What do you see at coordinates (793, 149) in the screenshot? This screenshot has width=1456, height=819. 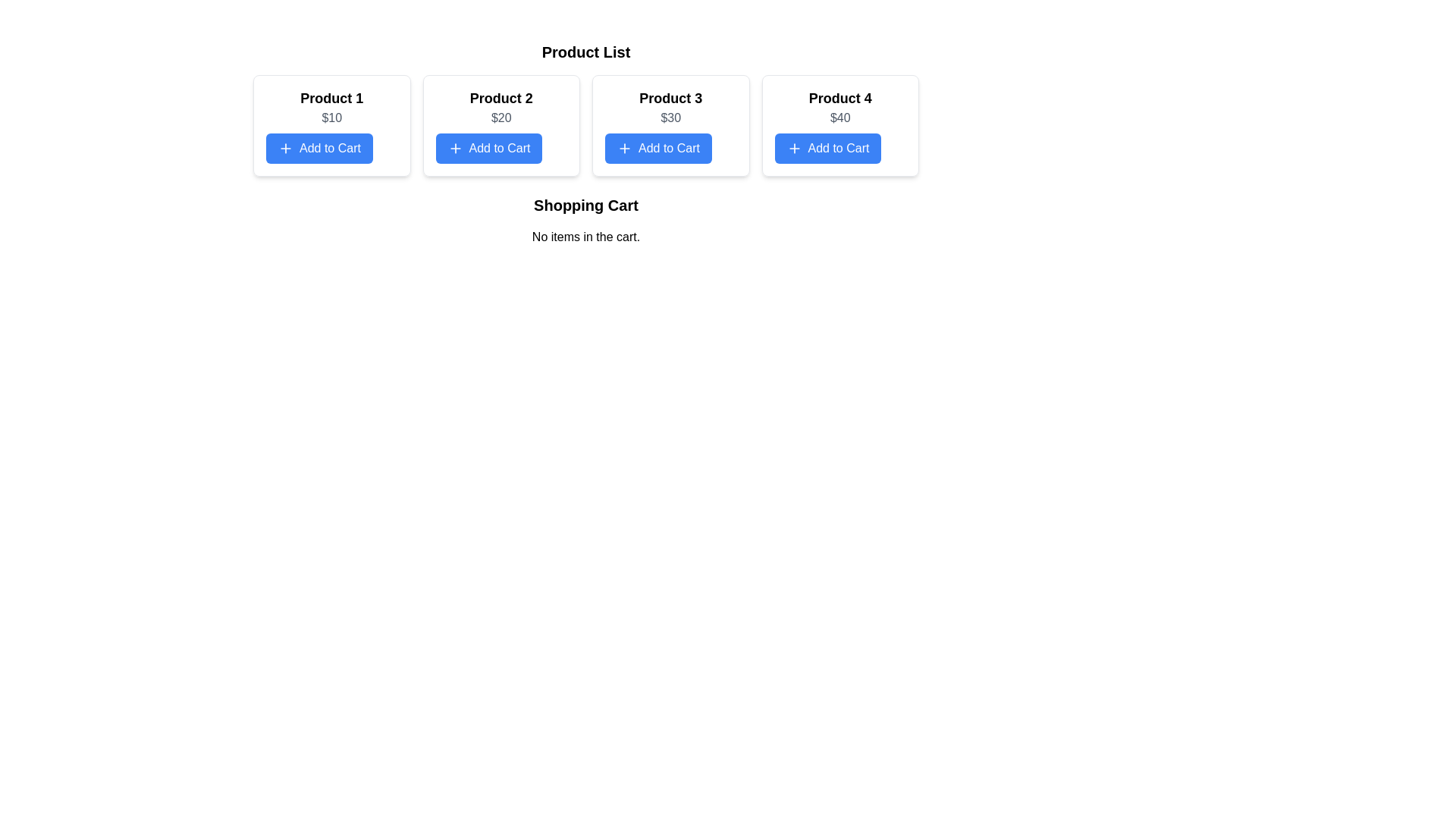 I see `the plus sign icon located within the 'Add to Cart' button for 'Product 4', positioned to the left of the button text` at bounding box center [793, 149].